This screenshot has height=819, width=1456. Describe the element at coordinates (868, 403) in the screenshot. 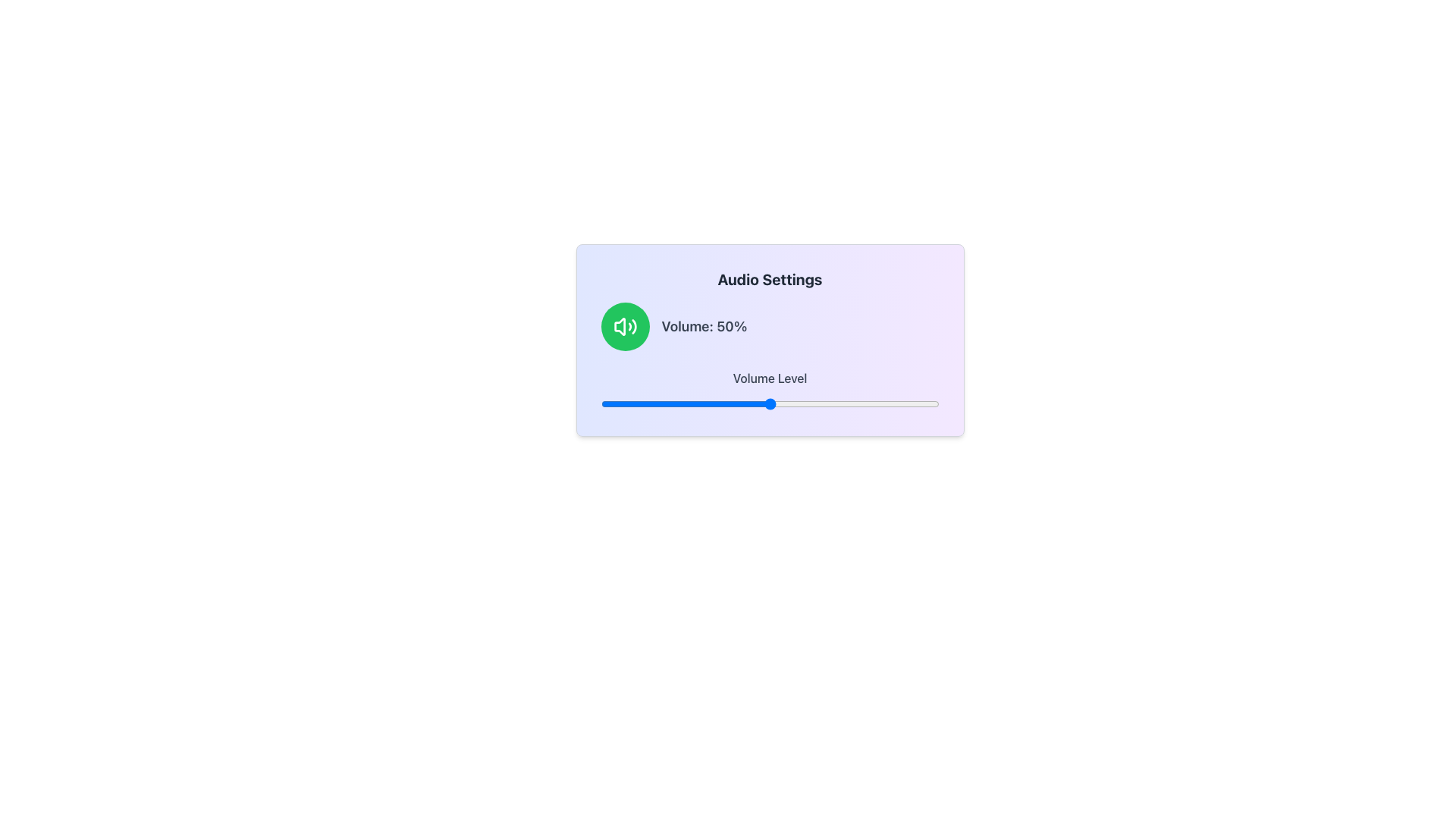

I see `volume level` at that location.